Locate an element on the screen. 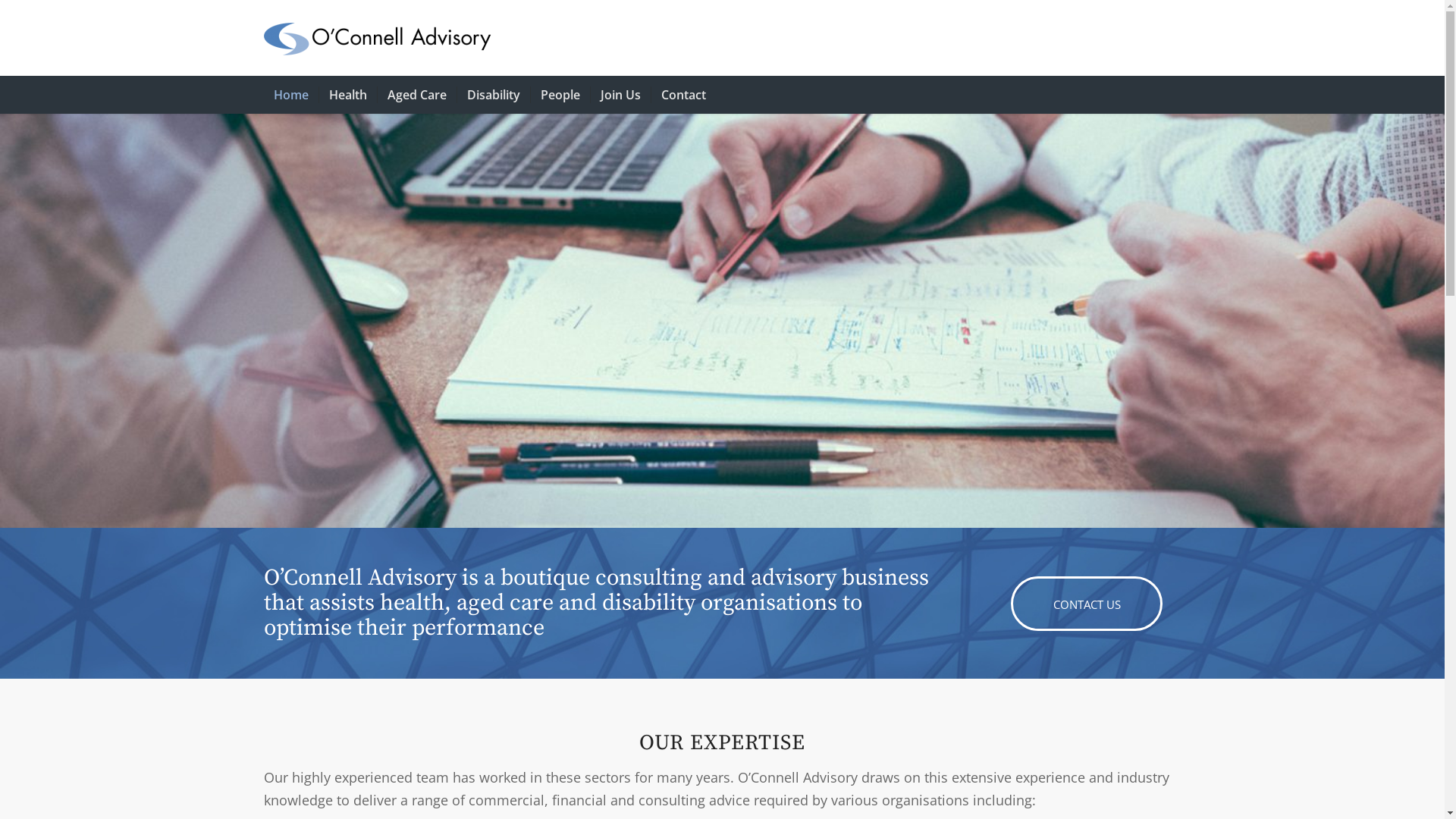 This screenshot has width=1456, height=819. 'Home' is located at coordinates (291, 94).